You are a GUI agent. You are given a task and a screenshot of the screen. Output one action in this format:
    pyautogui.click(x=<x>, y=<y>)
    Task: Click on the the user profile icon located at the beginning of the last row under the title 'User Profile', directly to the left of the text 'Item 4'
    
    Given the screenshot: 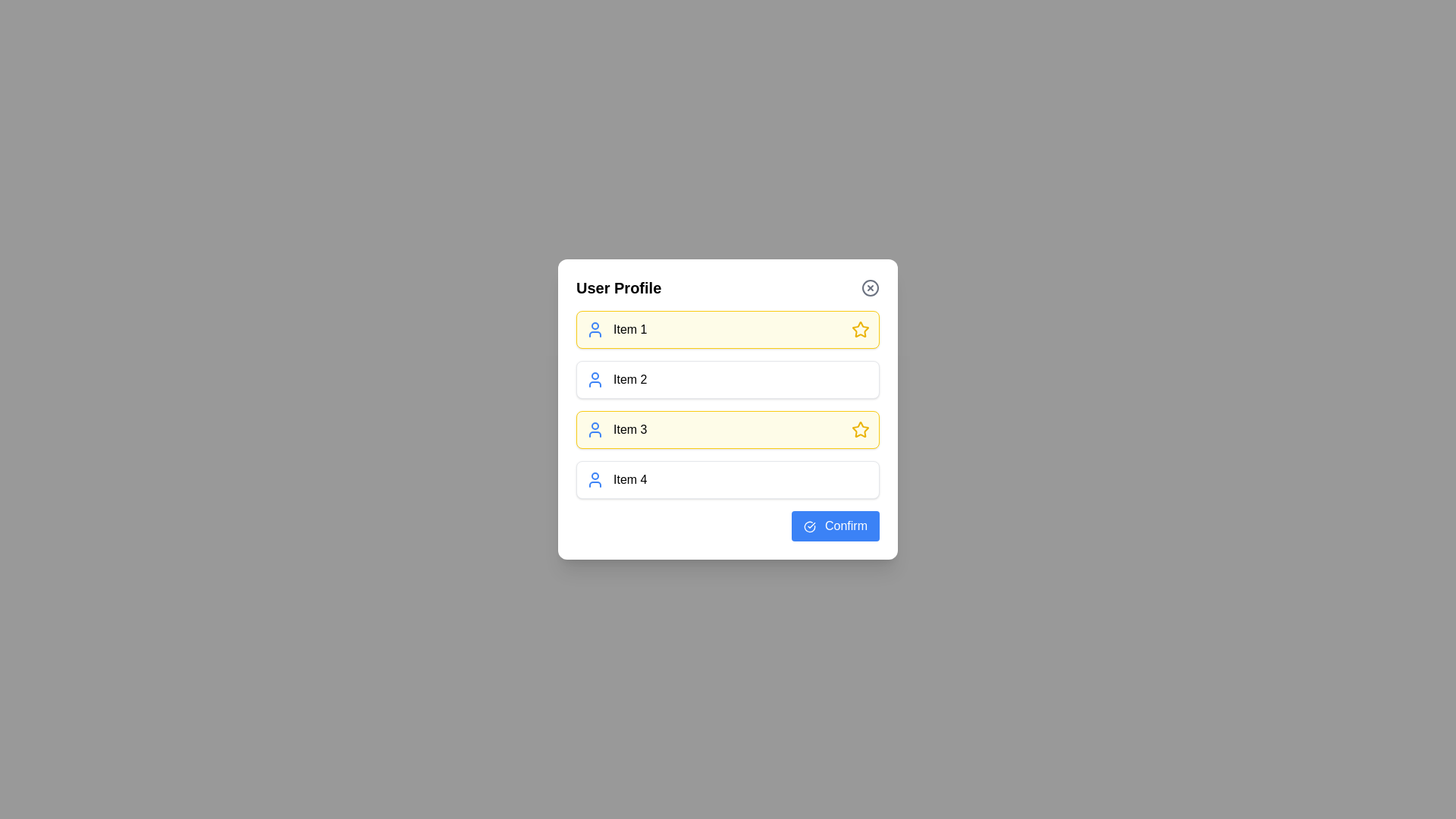 What is the action you would take?
    pyautogui.click(x=595, y=479)
    